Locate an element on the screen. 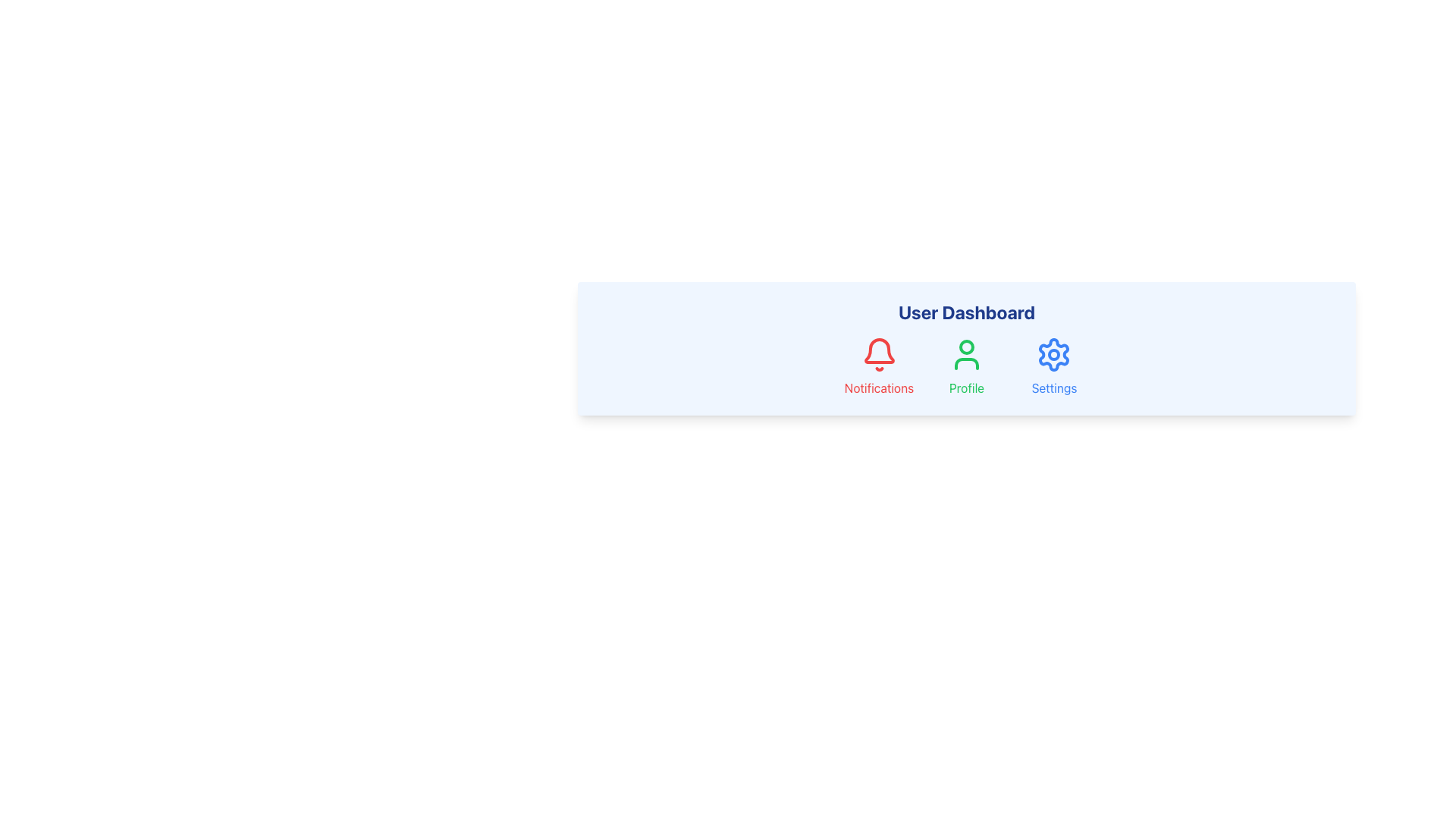 This screenshot has height=819, width=1456. the interactive text element that serves as a clickable link to navigate to the settings section is located at coordinates (1053, 388).